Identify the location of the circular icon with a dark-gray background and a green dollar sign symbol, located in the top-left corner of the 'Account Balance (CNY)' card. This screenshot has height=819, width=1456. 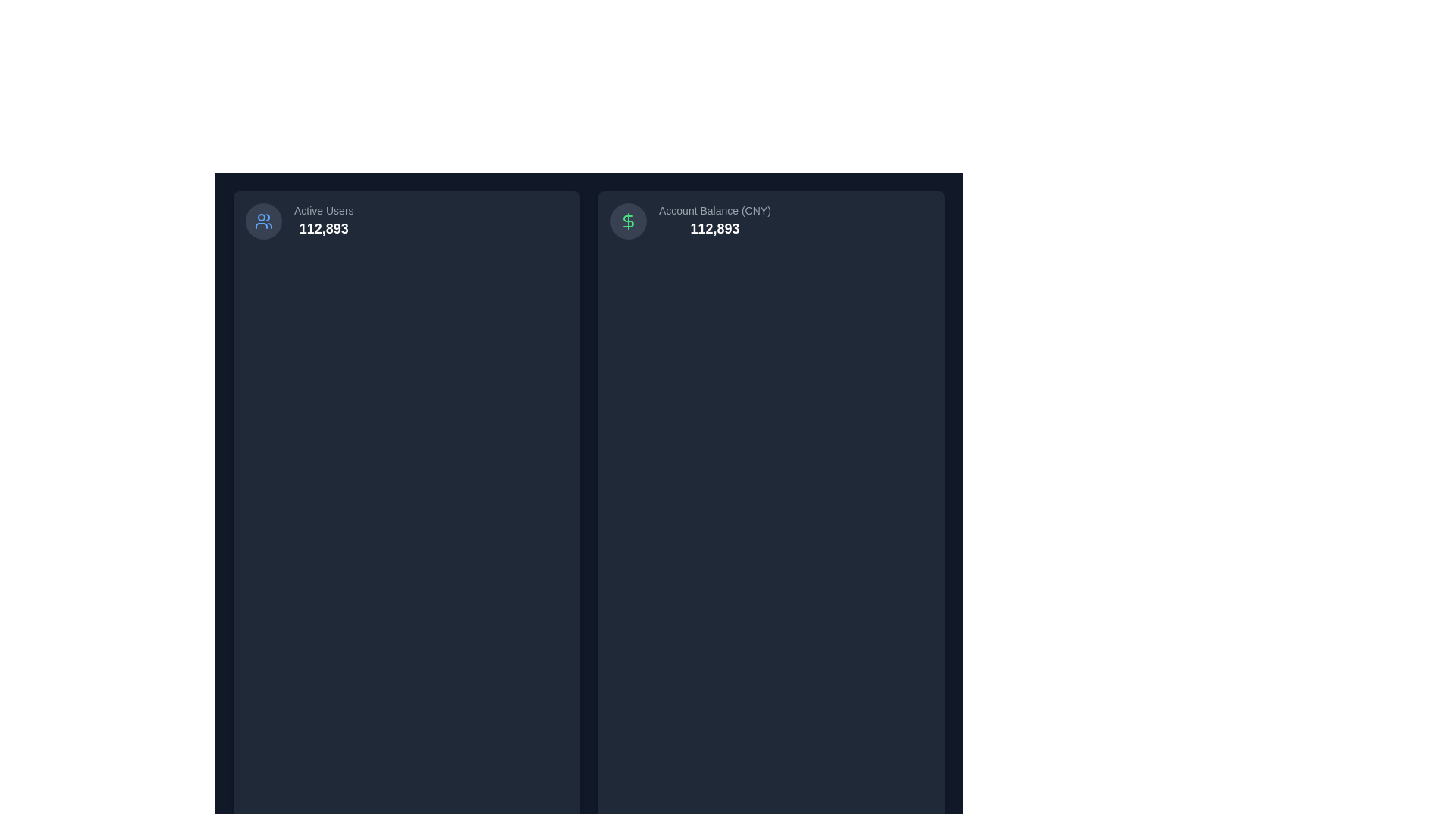
(629, 221).